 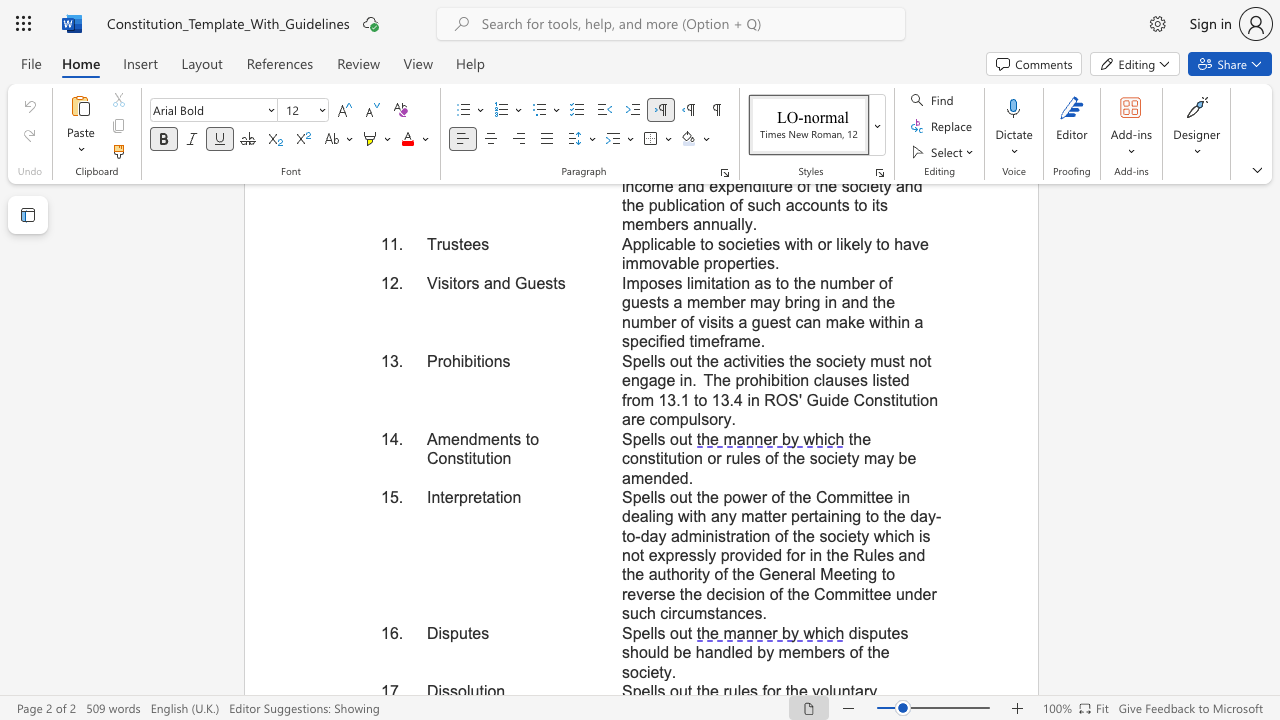 What do you see at coordinates (826, 458) in the screenshot?
I see `the subset text "ciety may b" within the text "the constitution or rules of the society may be amended."` at bounding box center [826, 458].